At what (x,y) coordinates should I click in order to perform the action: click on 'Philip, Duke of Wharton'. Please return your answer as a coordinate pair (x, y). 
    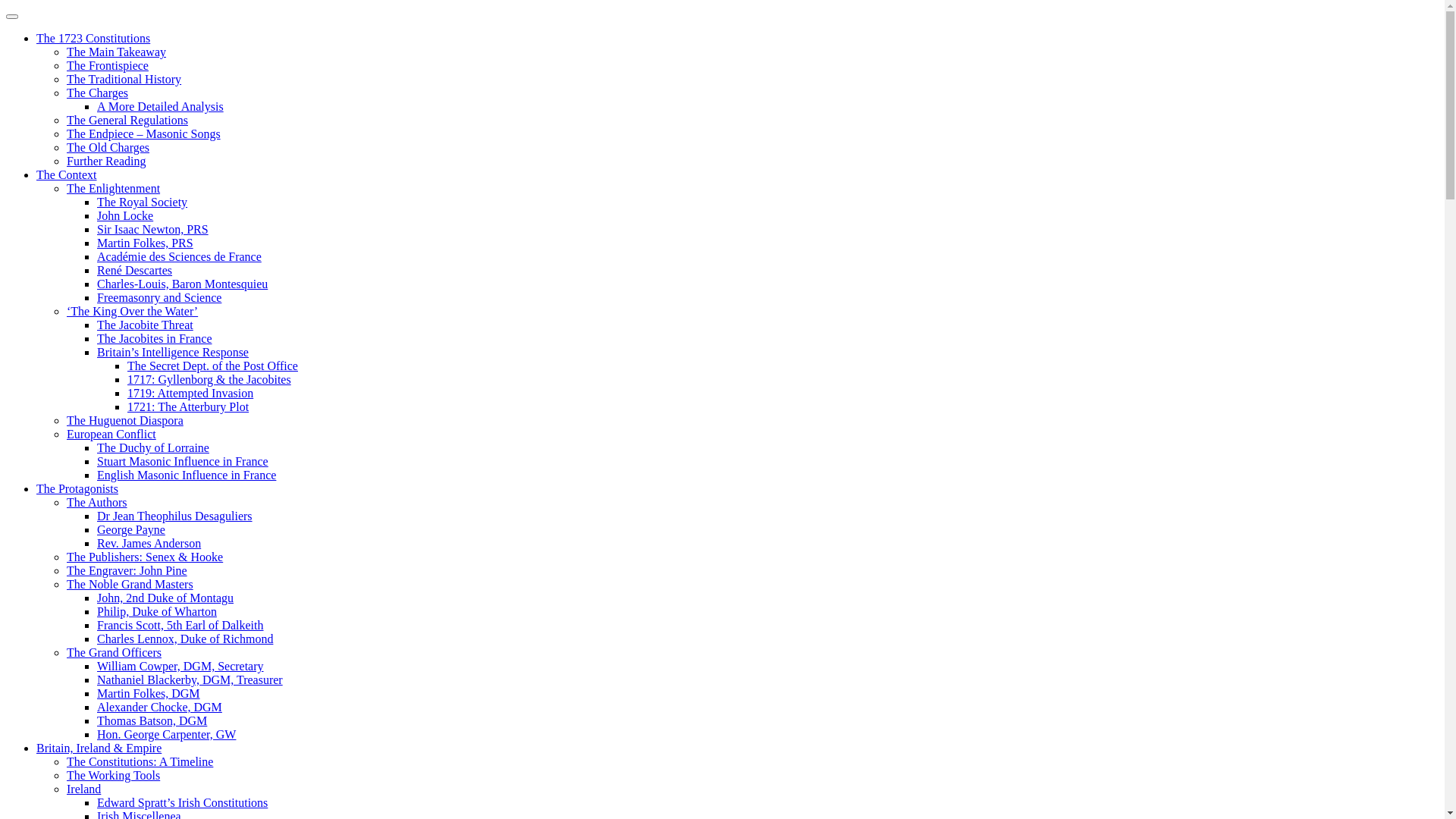
    Looking at the image, I should click on (156, 610).